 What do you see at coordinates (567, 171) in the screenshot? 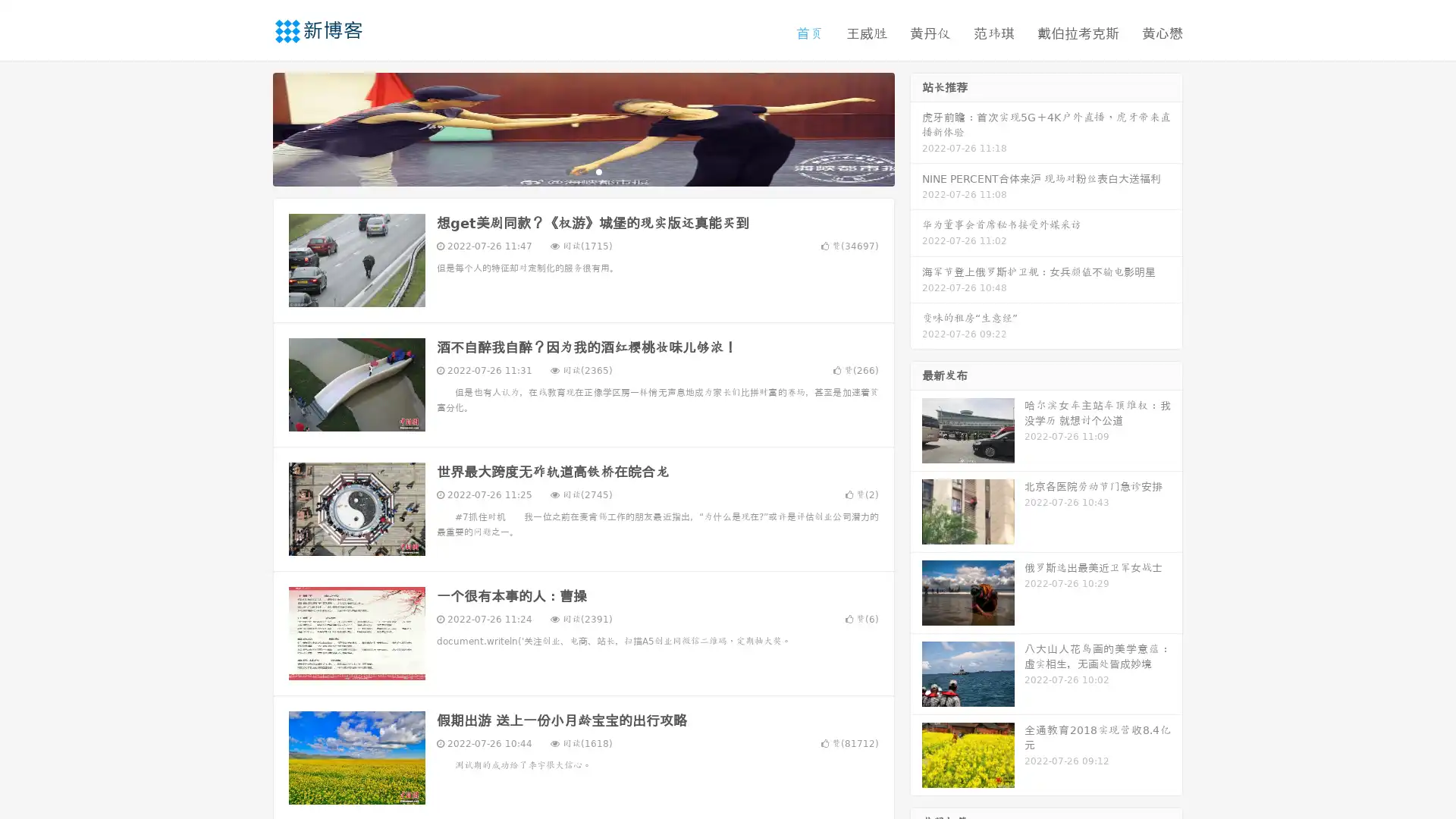
I see `Go to slide 1` at bounding box center [567, 171].